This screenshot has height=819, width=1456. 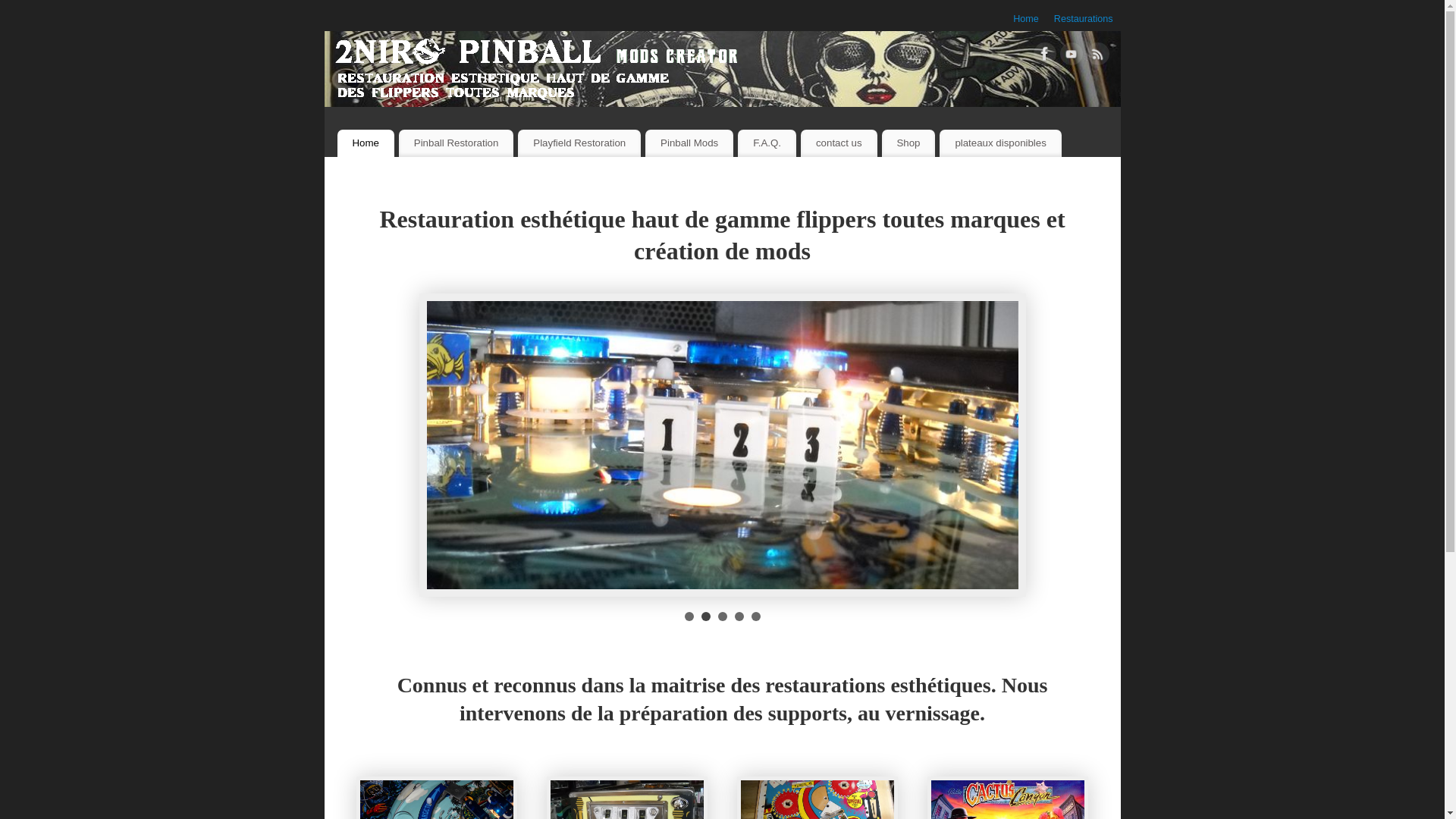 I want to click on 'Pinball Mods', so click(x=688, y=143).